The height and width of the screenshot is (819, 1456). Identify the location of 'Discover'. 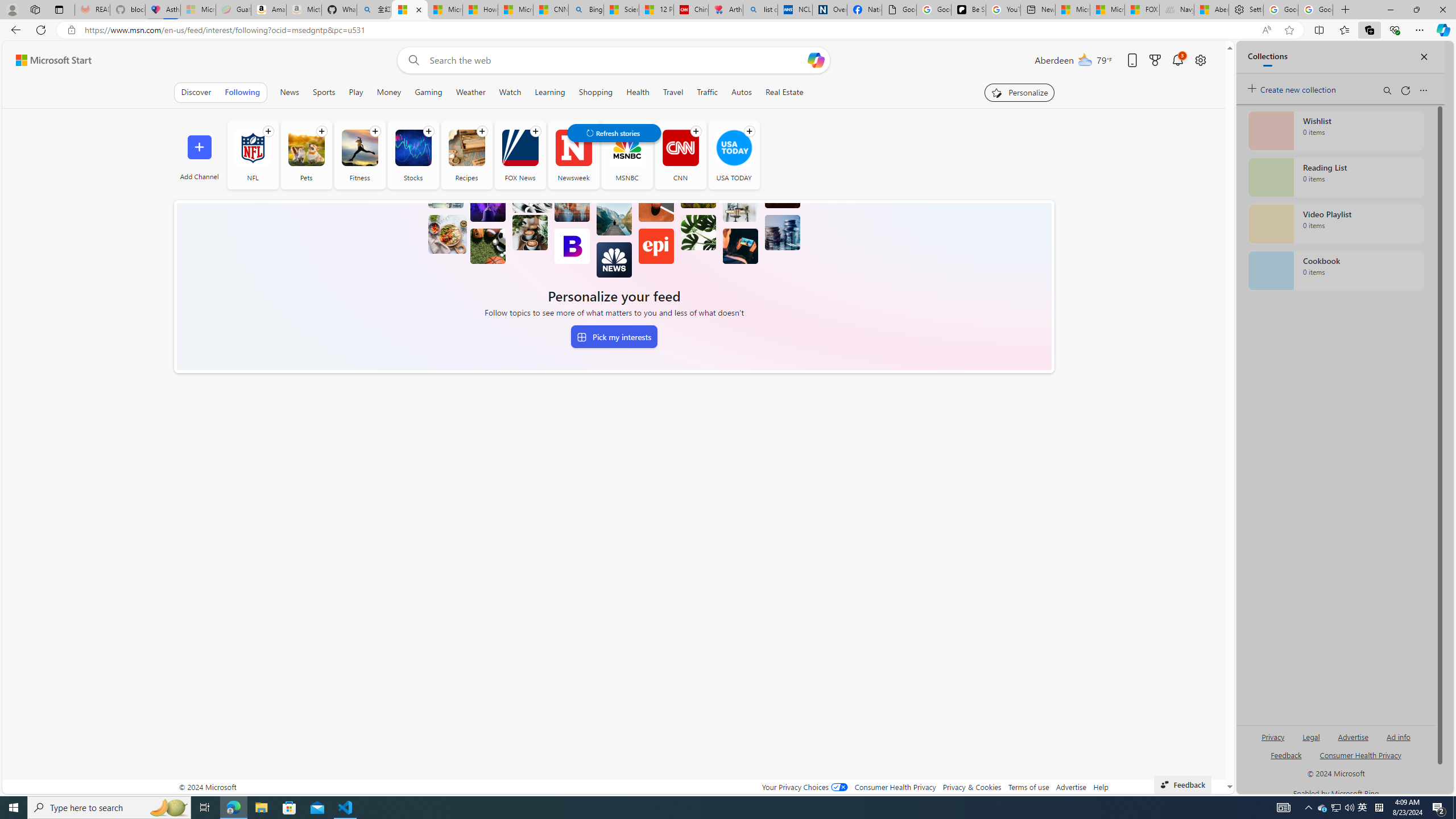
(195, 92).